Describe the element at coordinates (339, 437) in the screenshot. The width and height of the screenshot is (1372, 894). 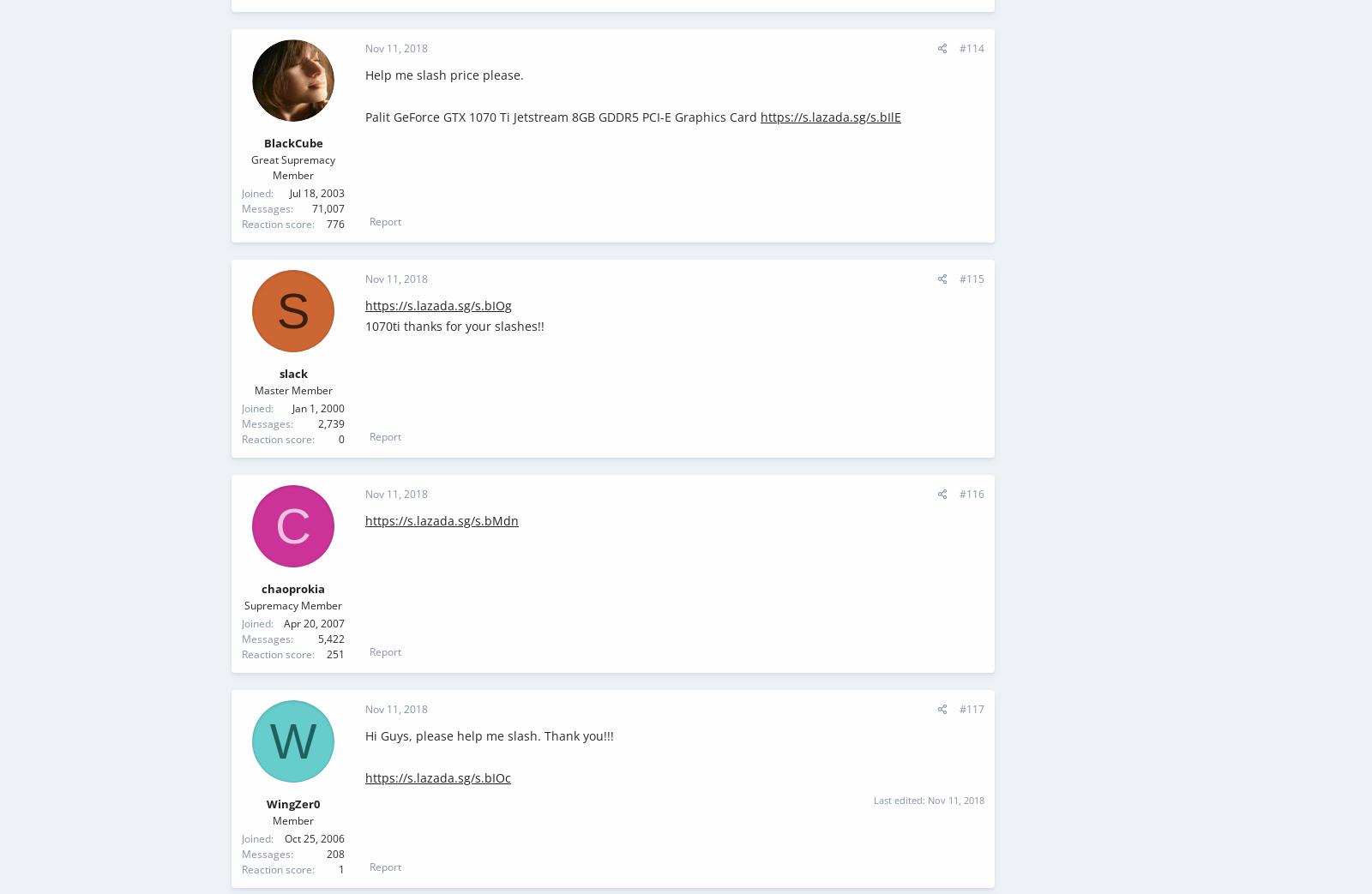
I see `'0'` at that location.